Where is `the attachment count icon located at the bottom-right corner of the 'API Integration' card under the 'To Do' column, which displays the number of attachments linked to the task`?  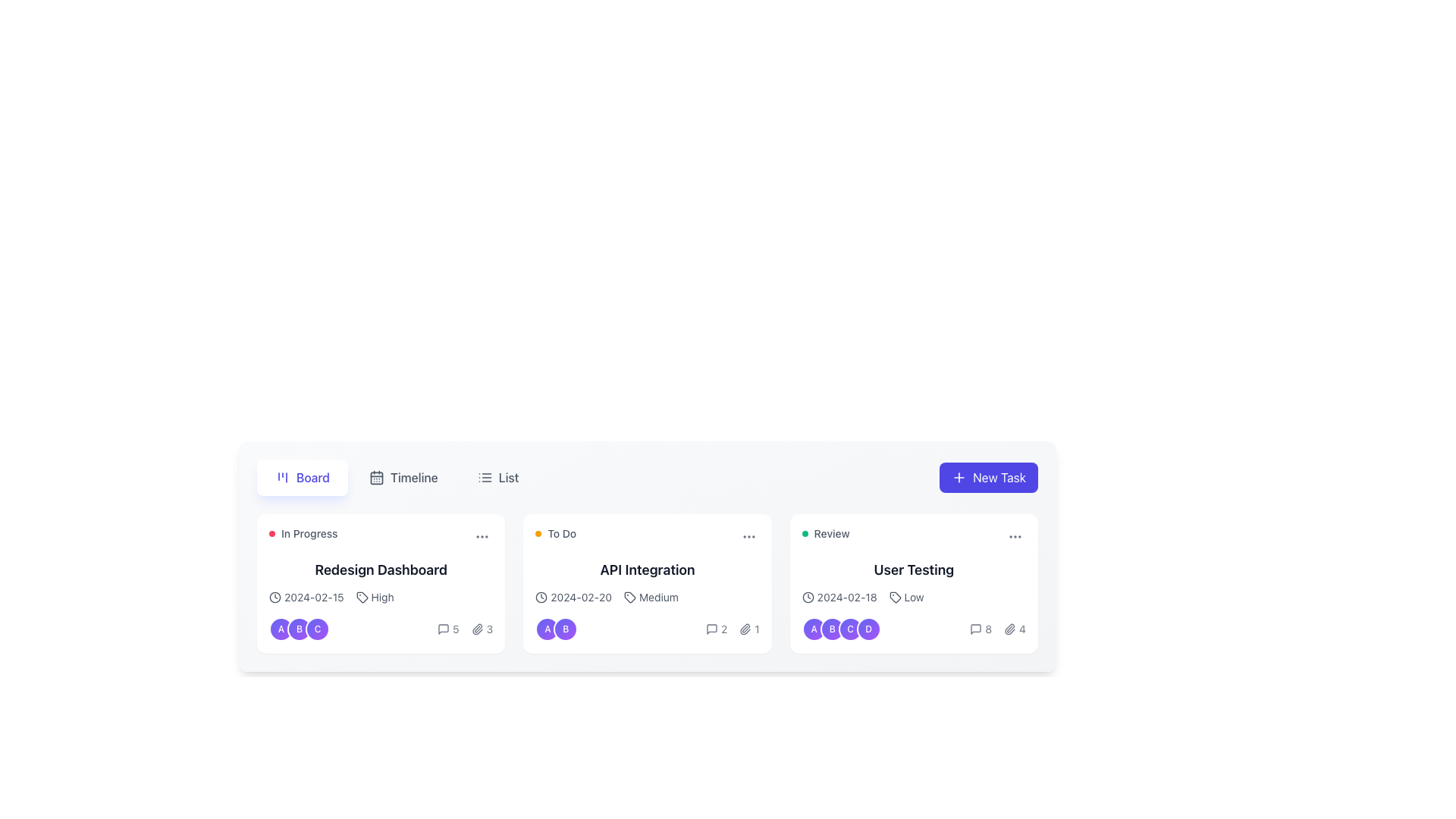
the attachment count icon located at the bottom-right corner of the 'API Integration' card under the 'To Do' column, which displays the number of attachments linked to the task is located at coordinates (749, 629).